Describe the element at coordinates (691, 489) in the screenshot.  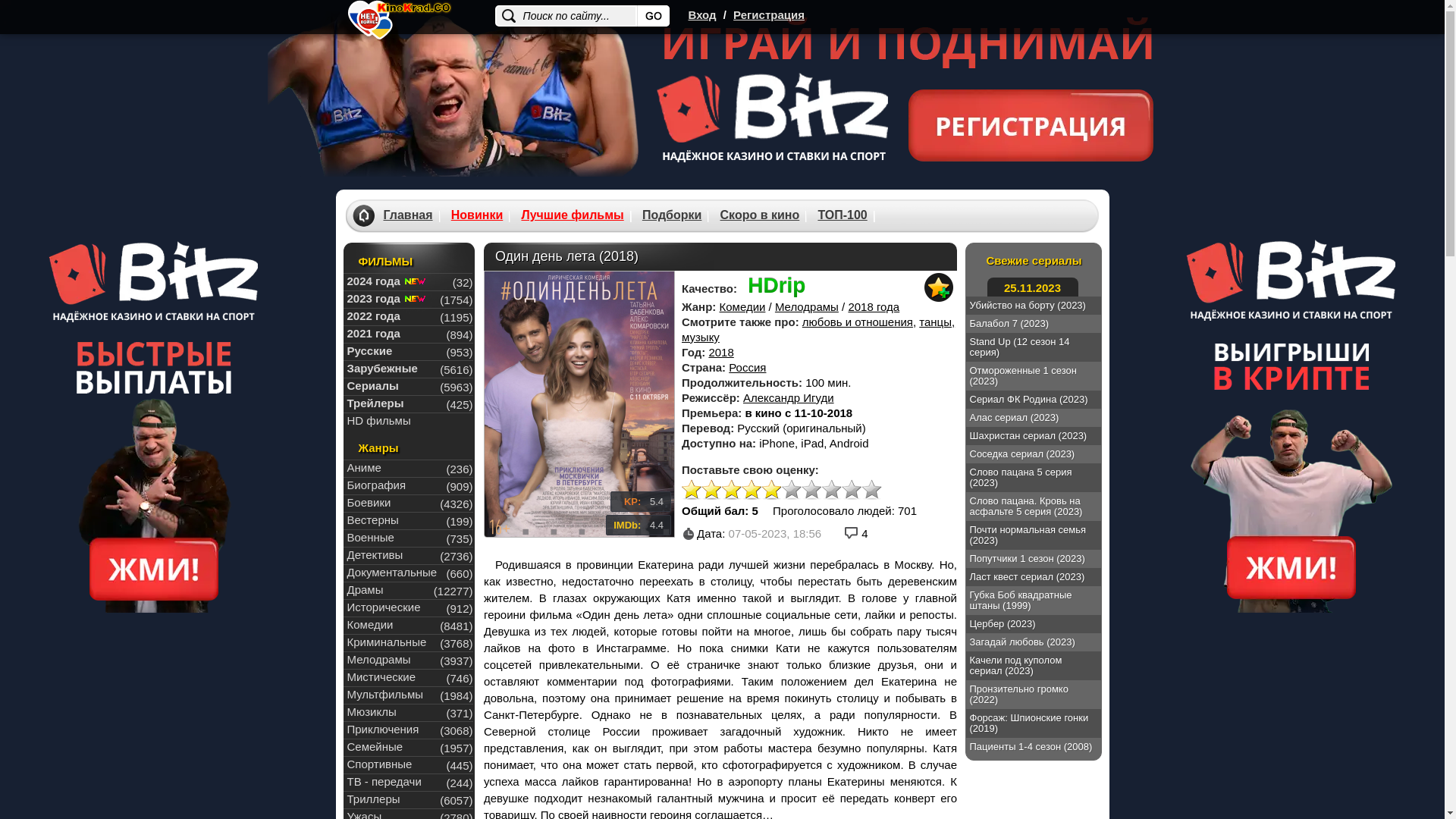
I see `'1'` at that location.